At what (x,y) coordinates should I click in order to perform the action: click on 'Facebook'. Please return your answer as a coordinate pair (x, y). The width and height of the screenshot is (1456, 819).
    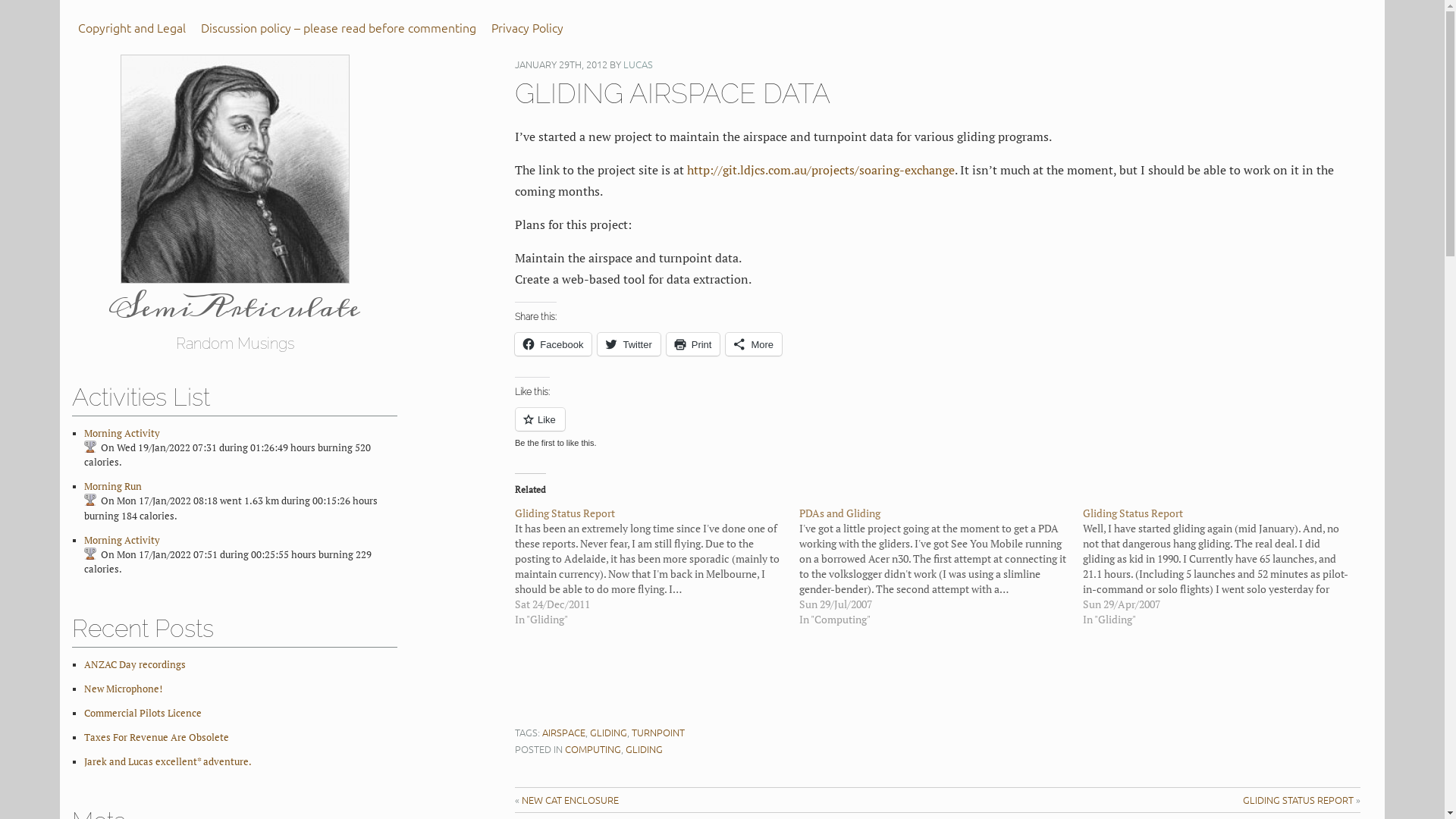
    Looking at the image, I should click on (552, 344).